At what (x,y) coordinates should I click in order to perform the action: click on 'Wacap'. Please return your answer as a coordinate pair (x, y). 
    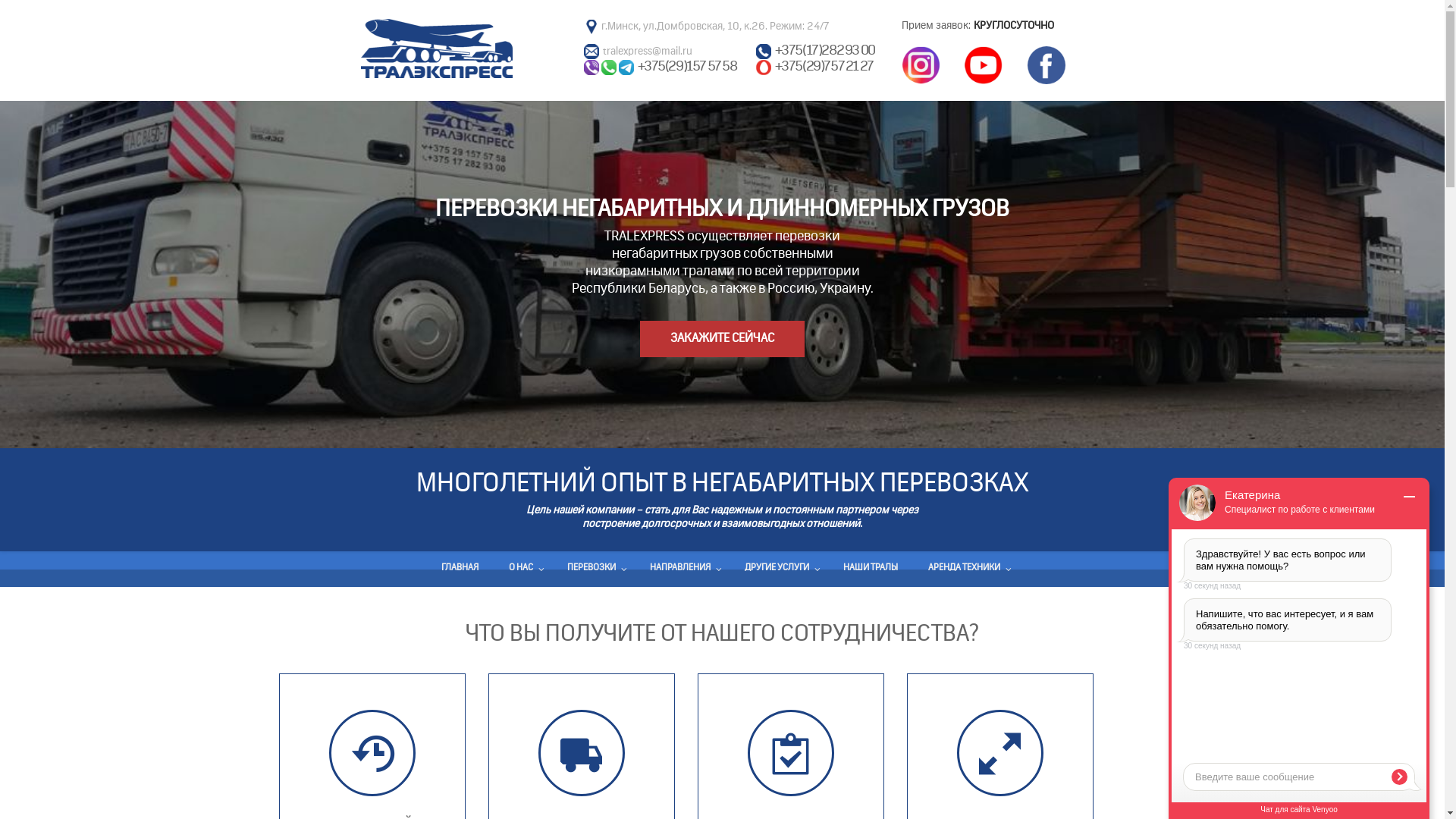
    Looking at the image, I should click on (600, 66).